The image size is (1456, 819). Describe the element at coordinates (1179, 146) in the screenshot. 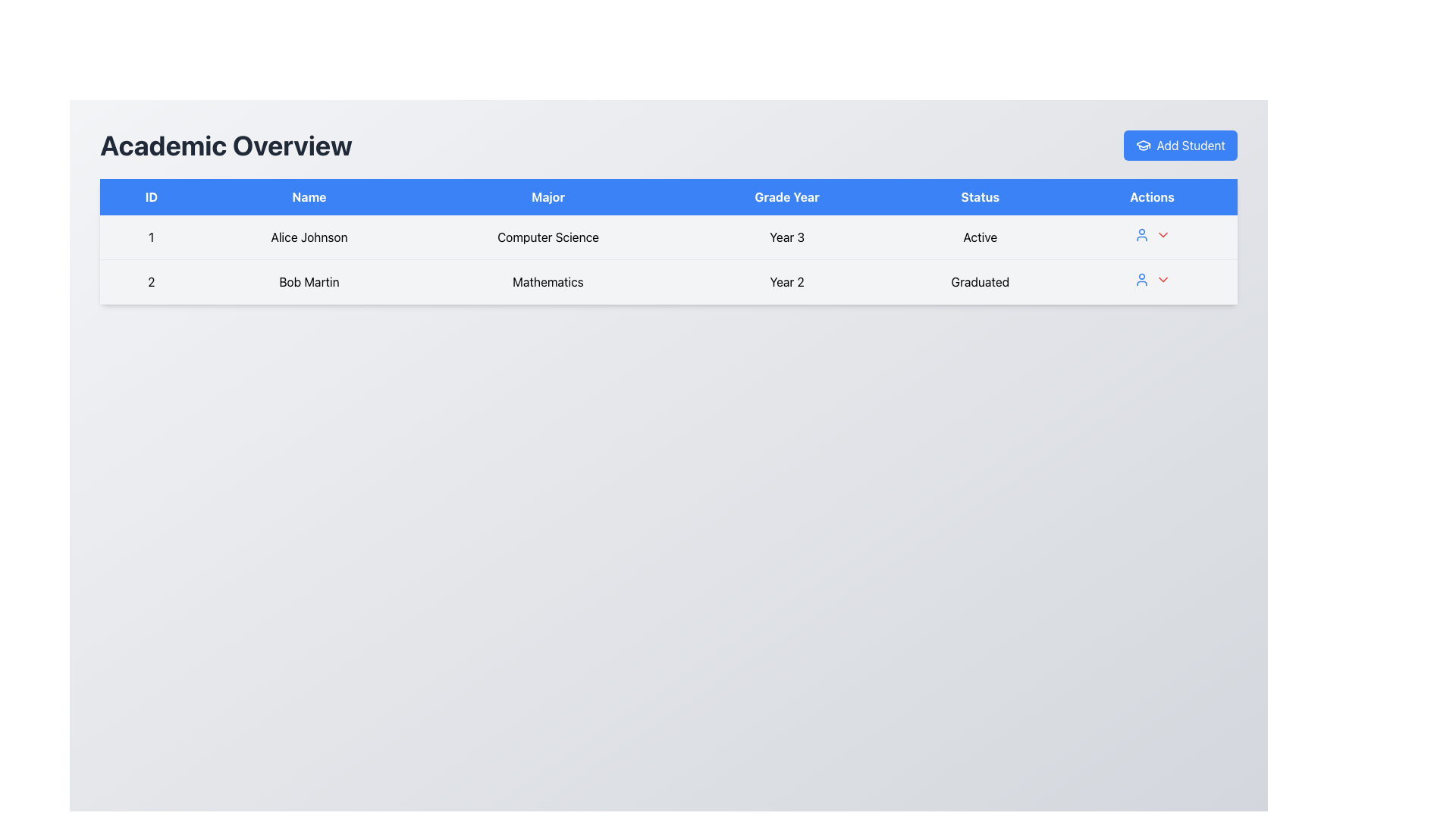

I see `the 'Add Student' button with a blue background and white text` at that location.